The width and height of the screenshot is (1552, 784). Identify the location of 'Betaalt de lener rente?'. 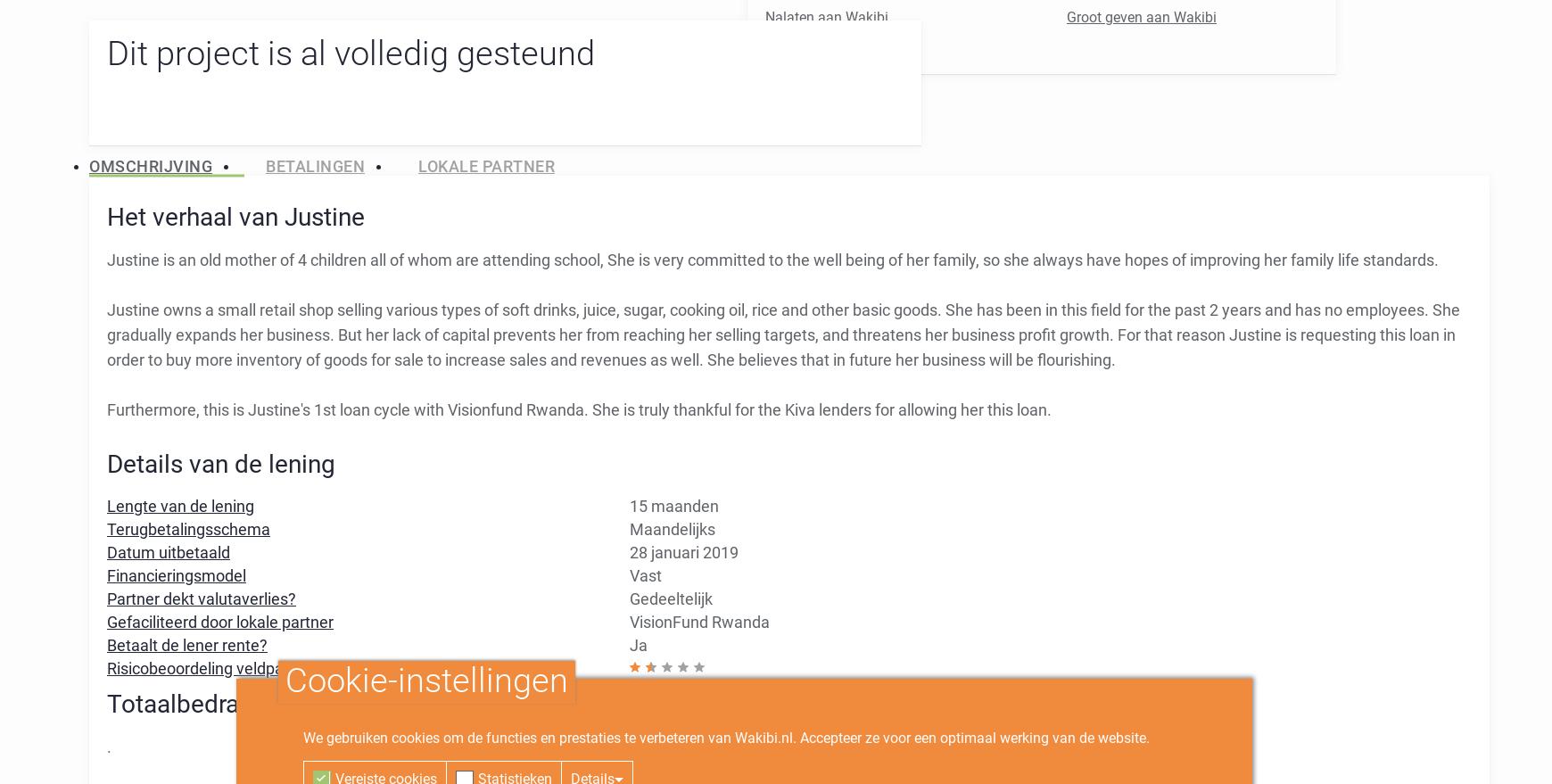
(186, 643).